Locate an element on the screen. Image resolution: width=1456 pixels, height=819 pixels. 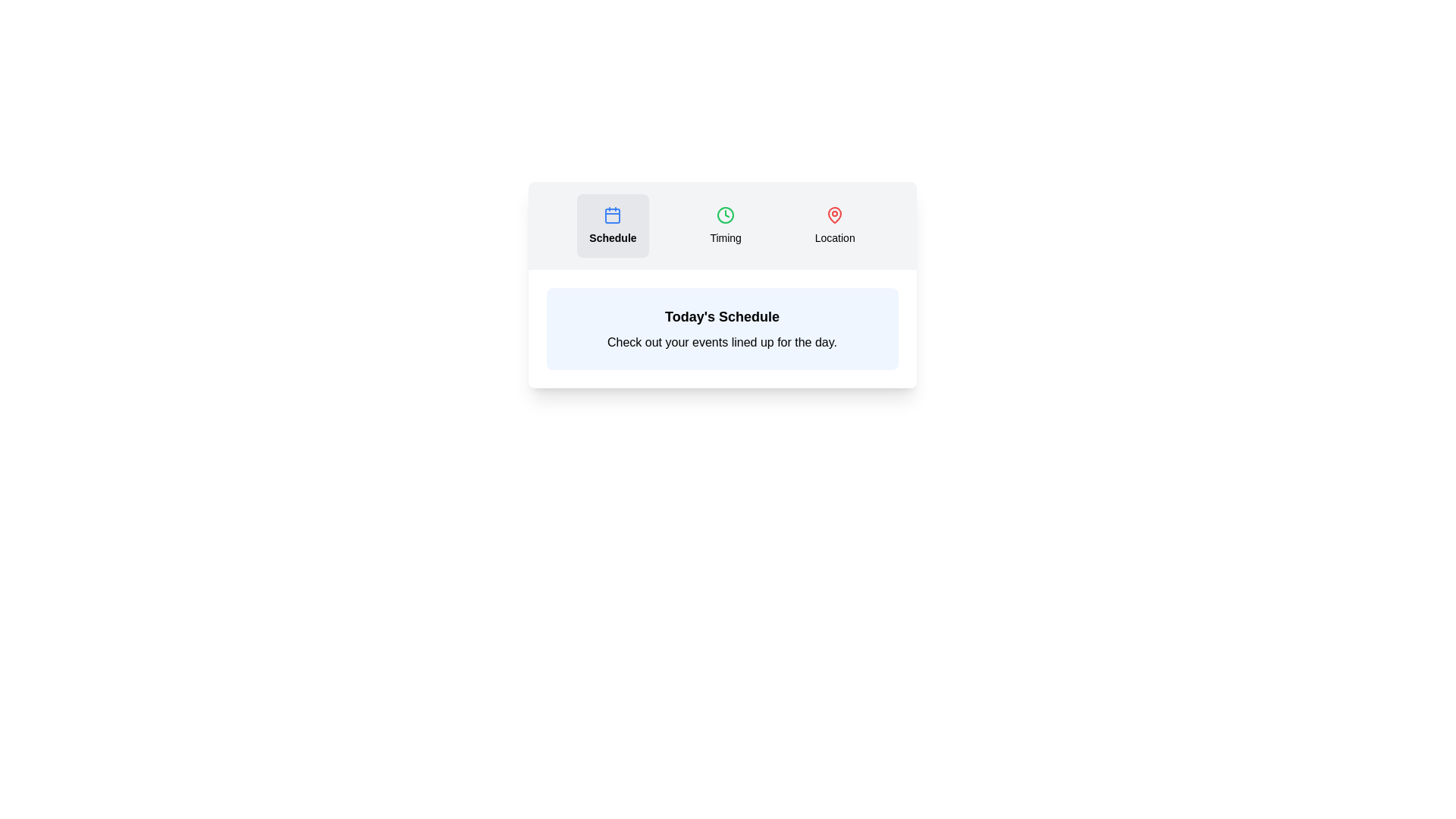
the tab button labeled Schedule is located at coordinates (613, 225).